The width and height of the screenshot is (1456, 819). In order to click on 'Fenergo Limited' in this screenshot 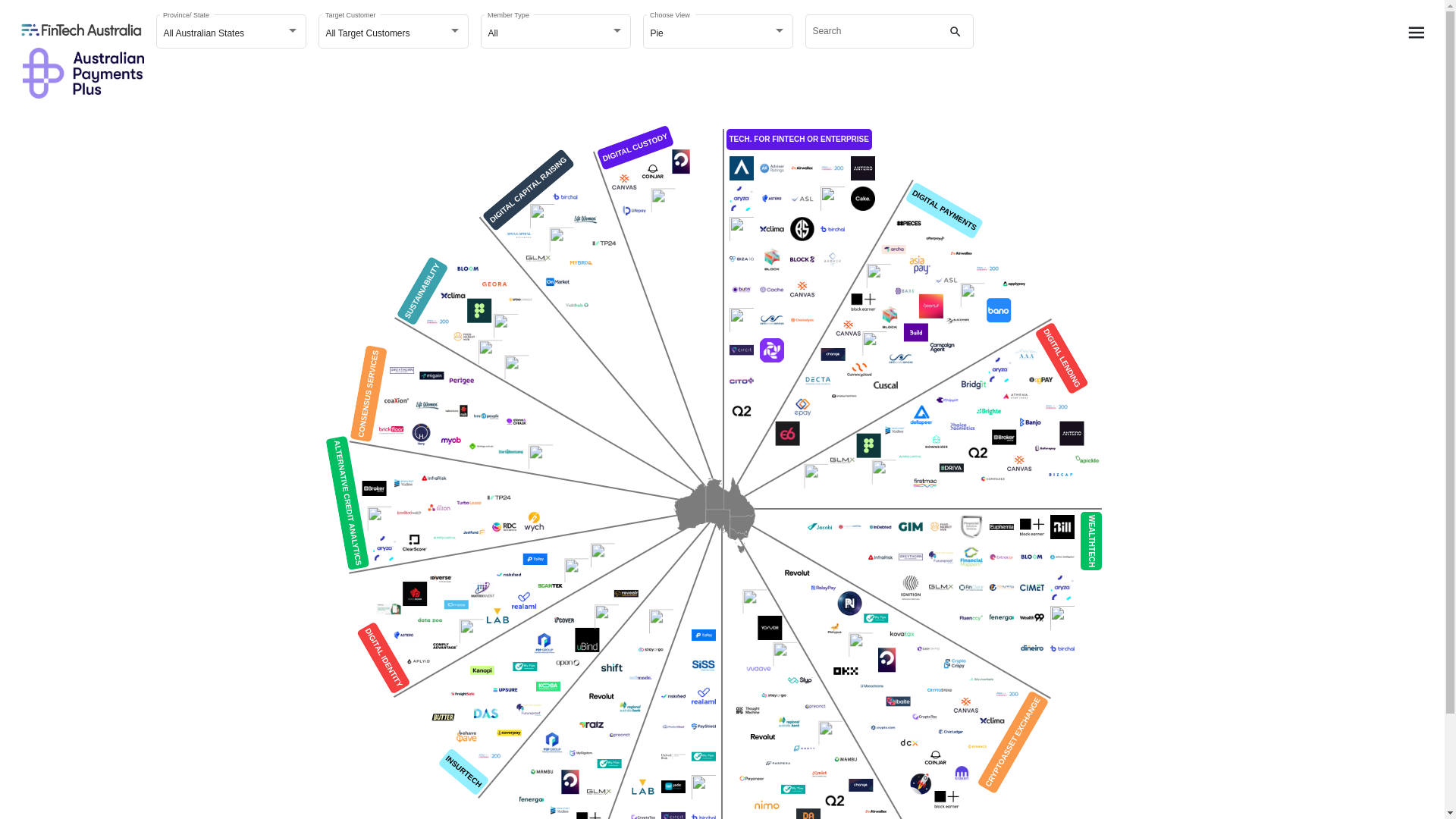, I will do `click(531, 799)`.